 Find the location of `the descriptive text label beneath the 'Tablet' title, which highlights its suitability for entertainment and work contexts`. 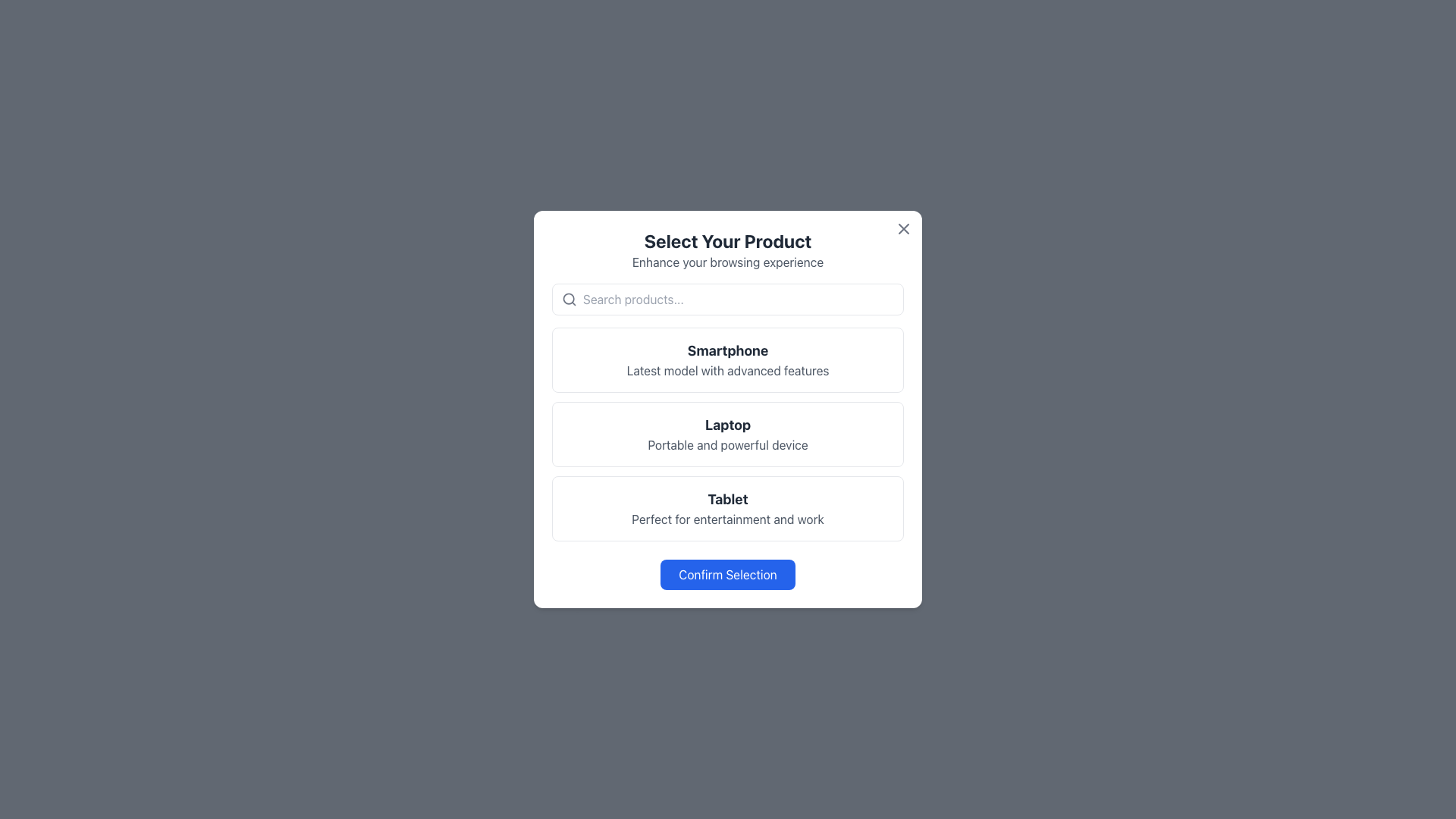

the descriptive text label beneath the 'Tablet' title, which highlights its suitability for entertainment and work contexts is located at coordinates (728, 519).